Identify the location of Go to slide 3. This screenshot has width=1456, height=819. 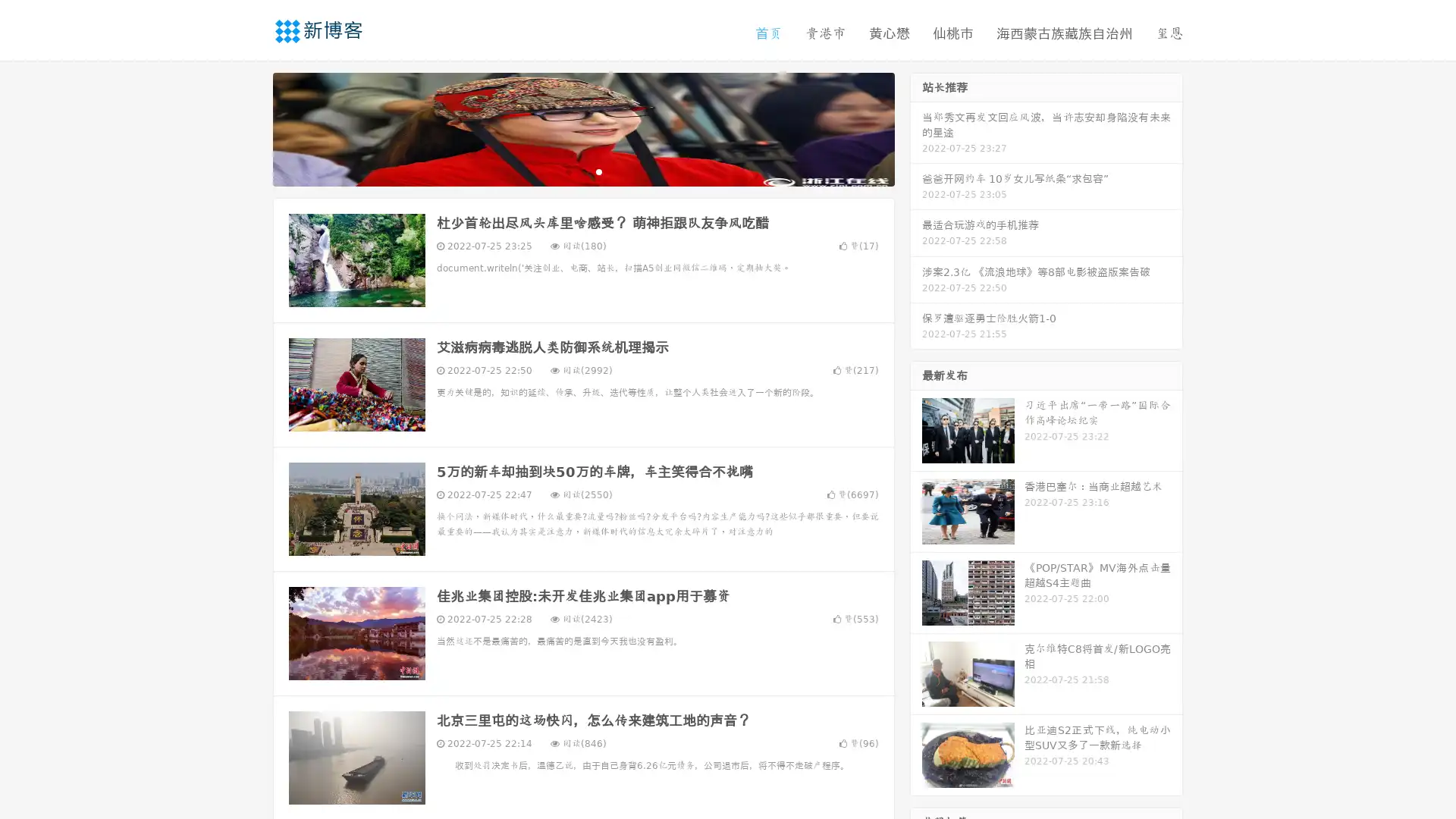
(598, 171).